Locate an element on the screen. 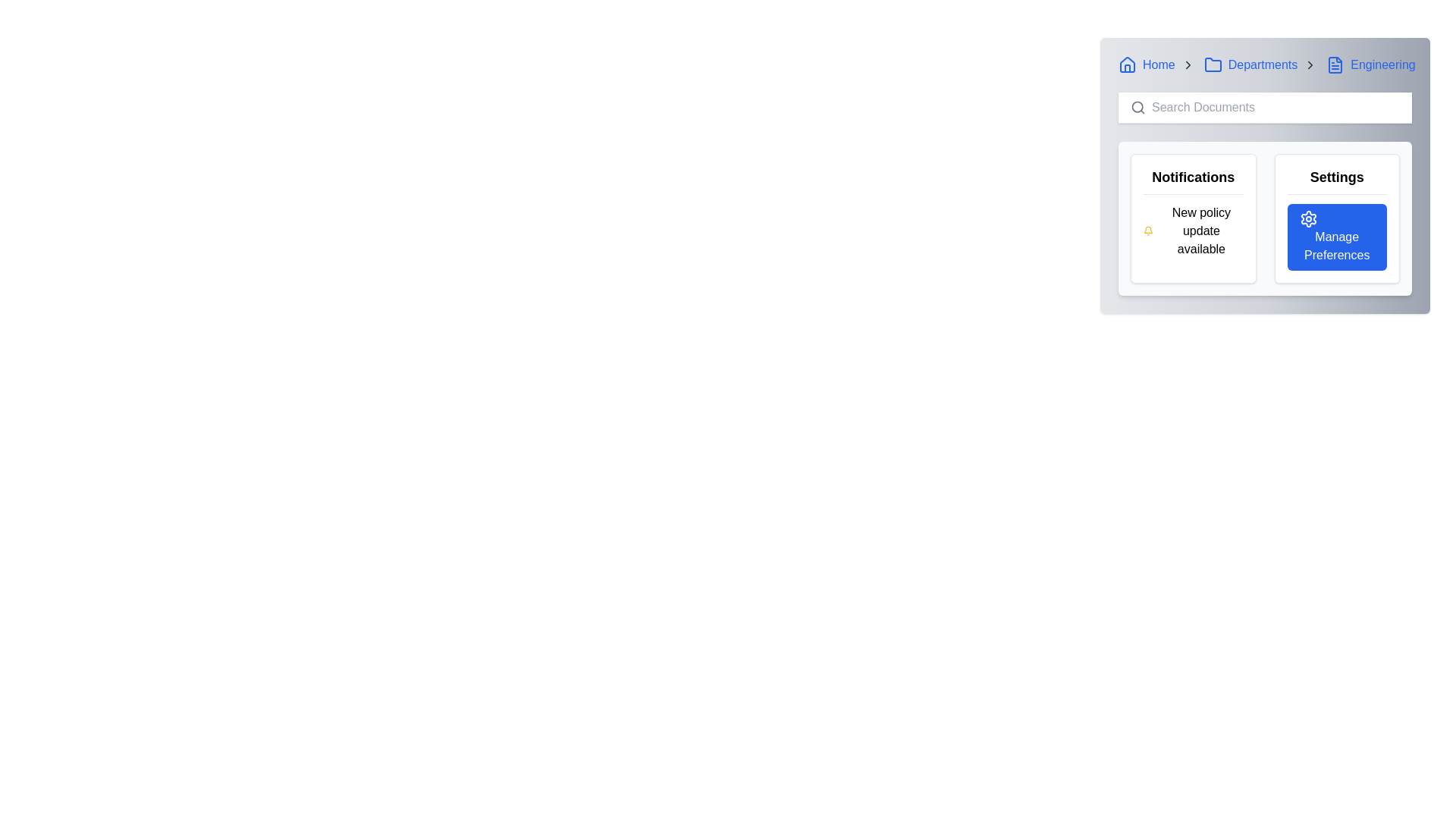 This screenshot has height=819, width=1456. the 'Home' SVG icon in the breadcrumb navigation bar is located at coordinates (1128, 64).